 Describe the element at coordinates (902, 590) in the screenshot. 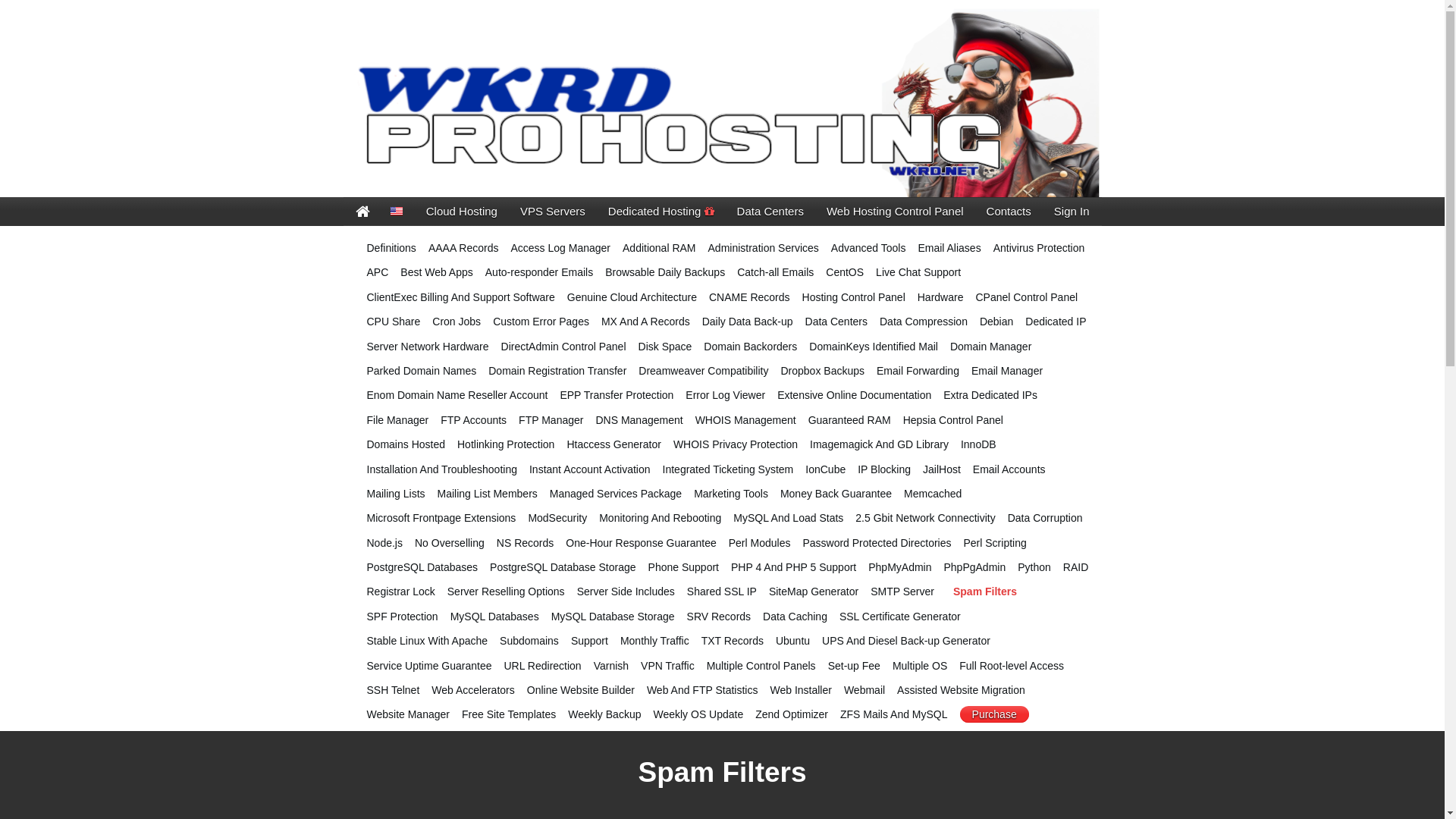

I see `'SMTP Server'` at that location.